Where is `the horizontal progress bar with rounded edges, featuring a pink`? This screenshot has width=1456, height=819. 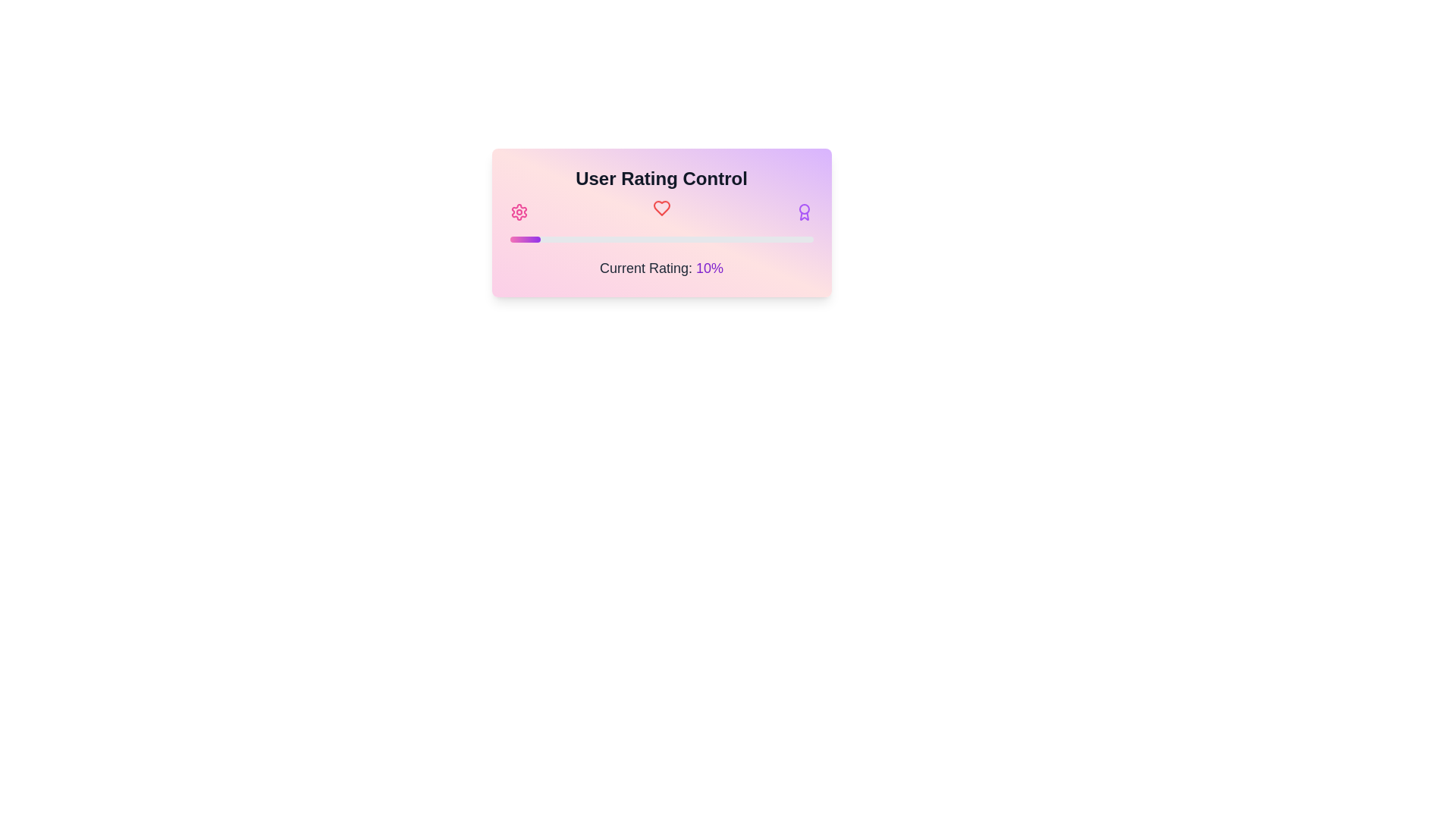
the horizontal progress bar with rounded edges, featuring a pink is located at coordinates (661, 239).